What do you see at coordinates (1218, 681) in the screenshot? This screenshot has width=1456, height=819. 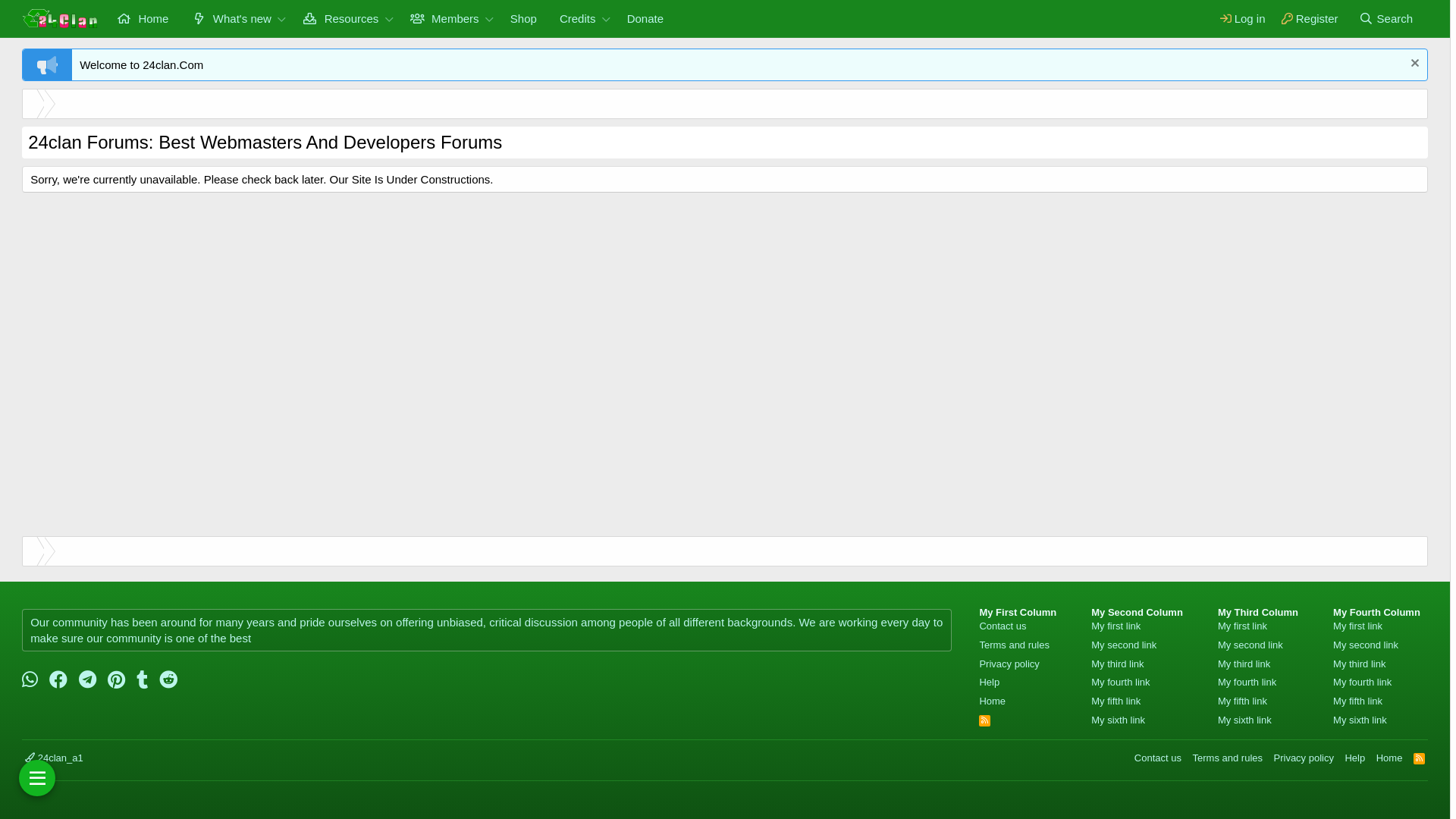 I see `'My fourth link'` at bounding box center [1218, 681].